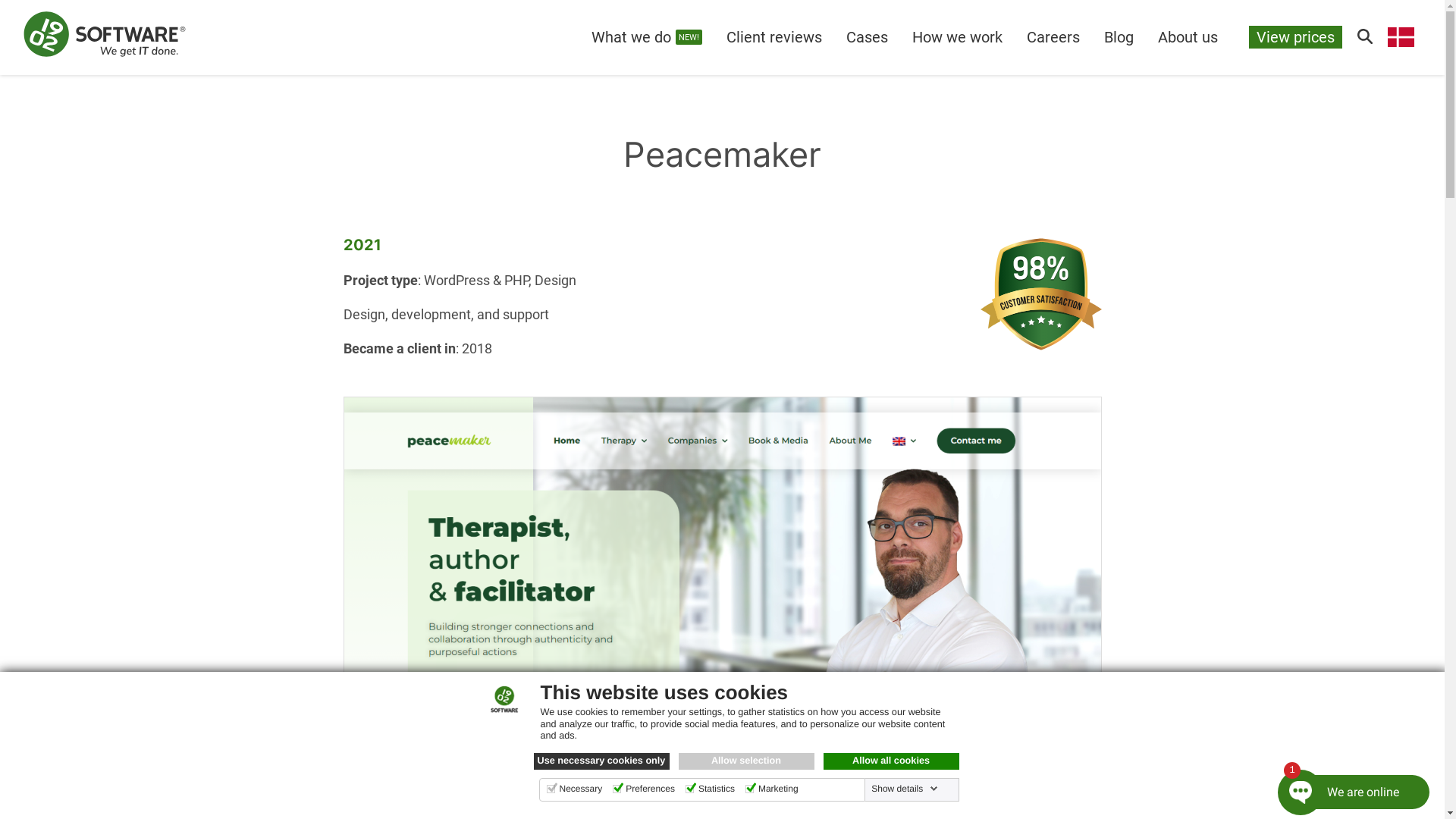 The height and width of the screenshot is (819, 1456). I want to click on 'Blog', so click(1119, 36).